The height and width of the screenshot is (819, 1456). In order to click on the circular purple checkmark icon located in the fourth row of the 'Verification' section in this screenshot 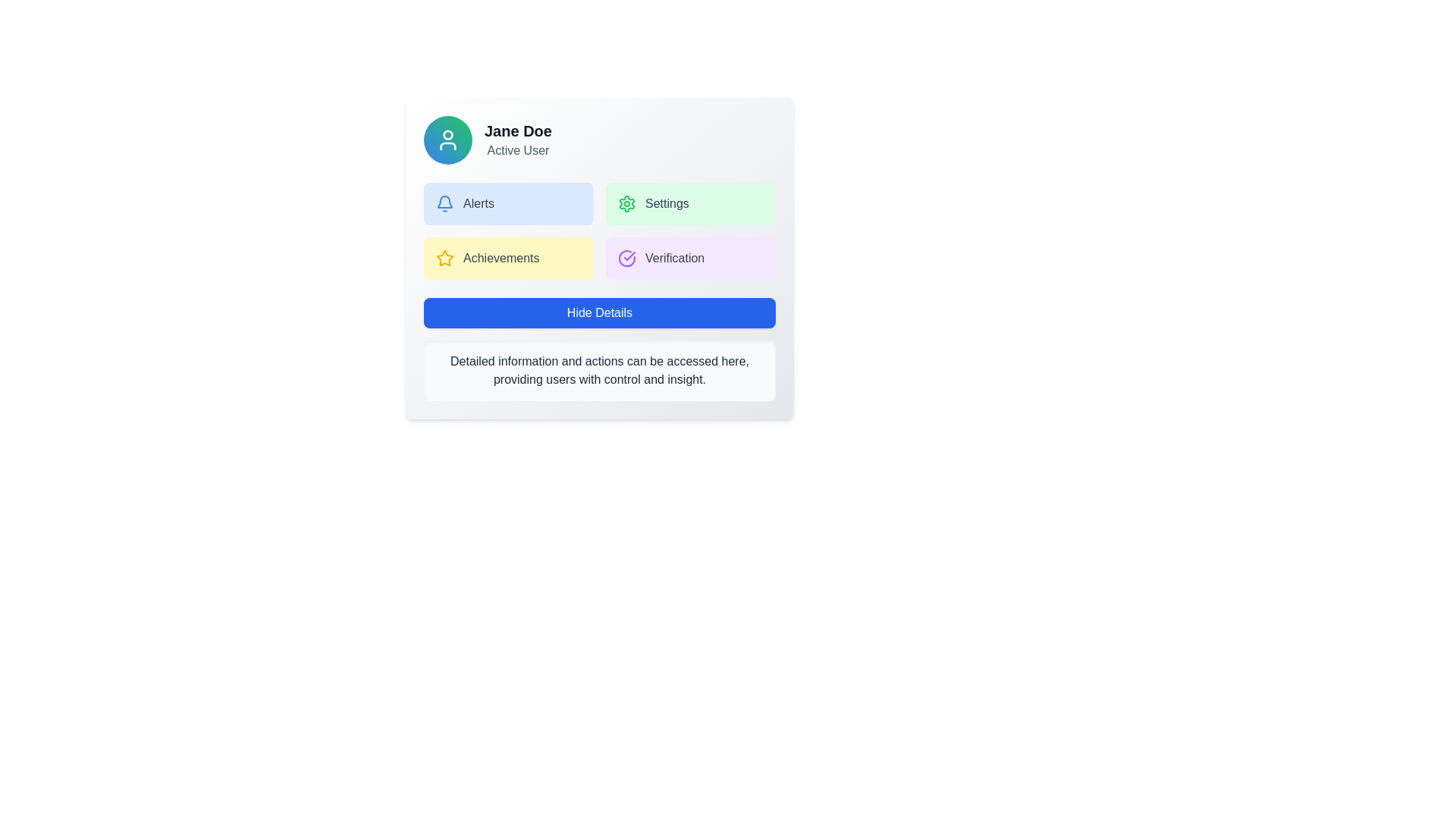, I will do `click(626, 257)`.